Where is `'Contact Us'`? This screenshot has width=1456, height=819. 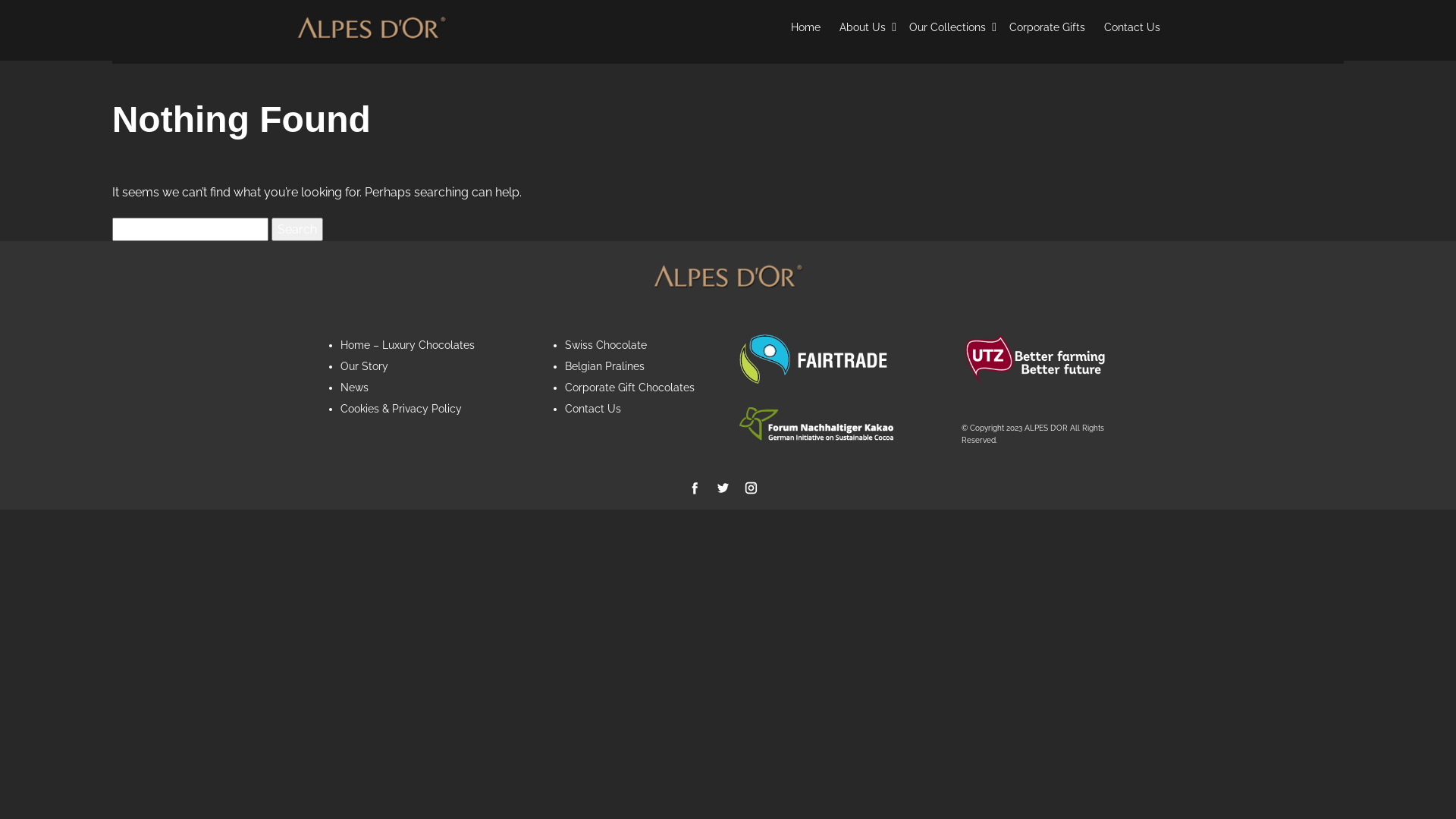
'Contact Us' is located at coordinates (591, 408).